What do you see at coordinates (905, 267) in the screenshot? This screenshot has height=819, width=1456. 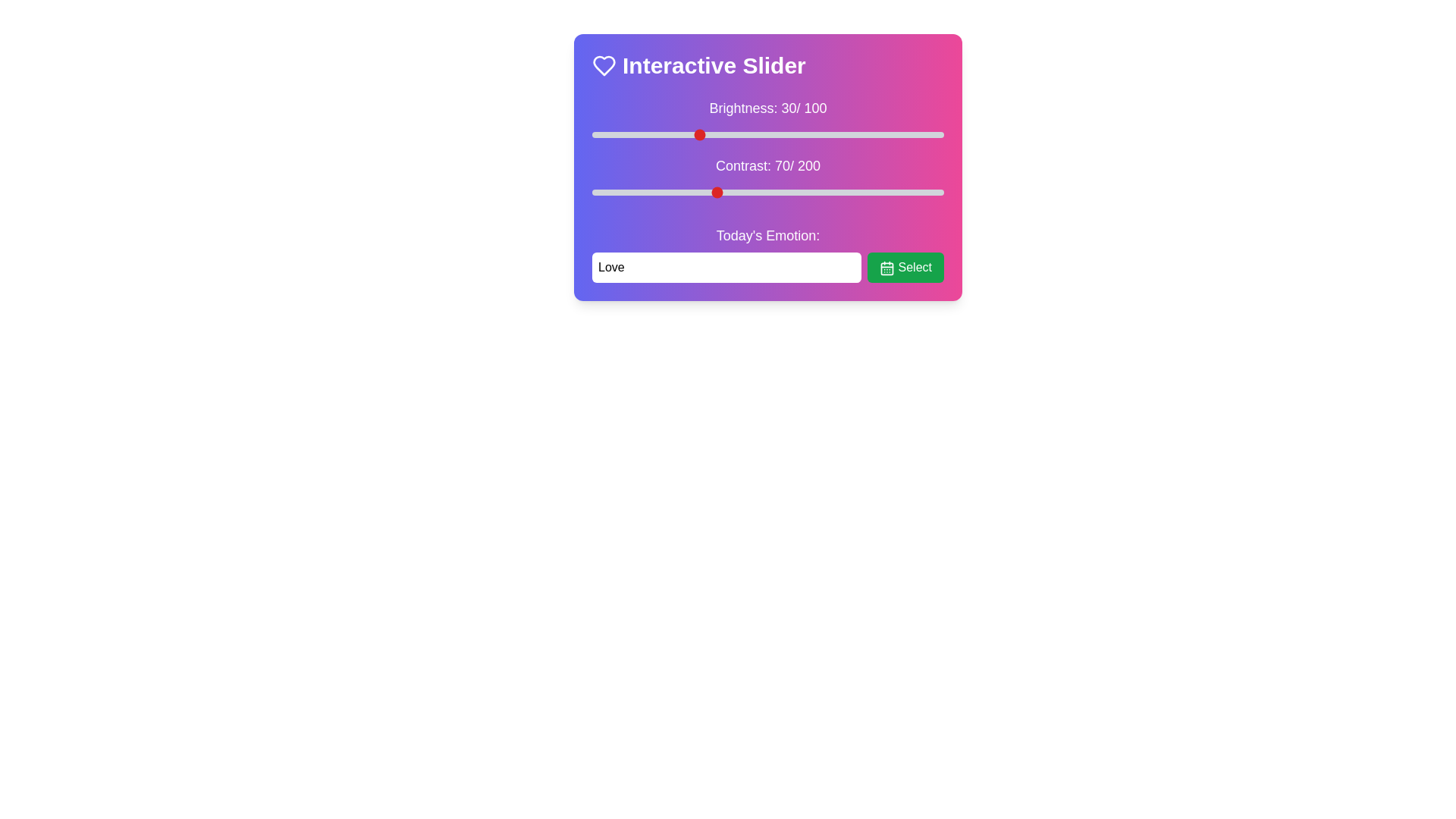 I see `the interactive element Select Button` at bounding box center [905, 267].